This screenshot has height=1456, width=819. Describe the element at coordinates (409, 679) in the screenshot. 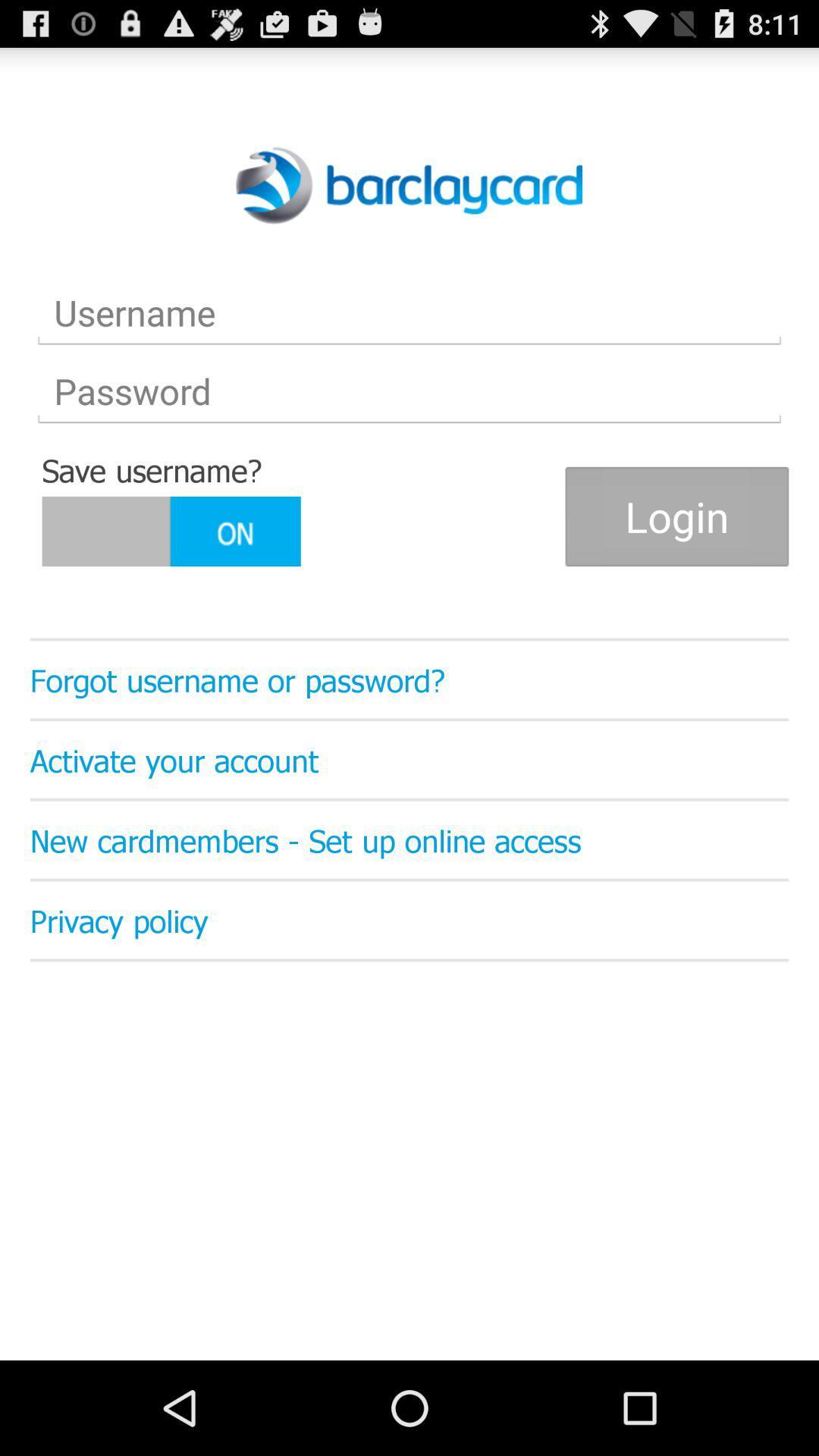

I see `forgot username or item` at that location.